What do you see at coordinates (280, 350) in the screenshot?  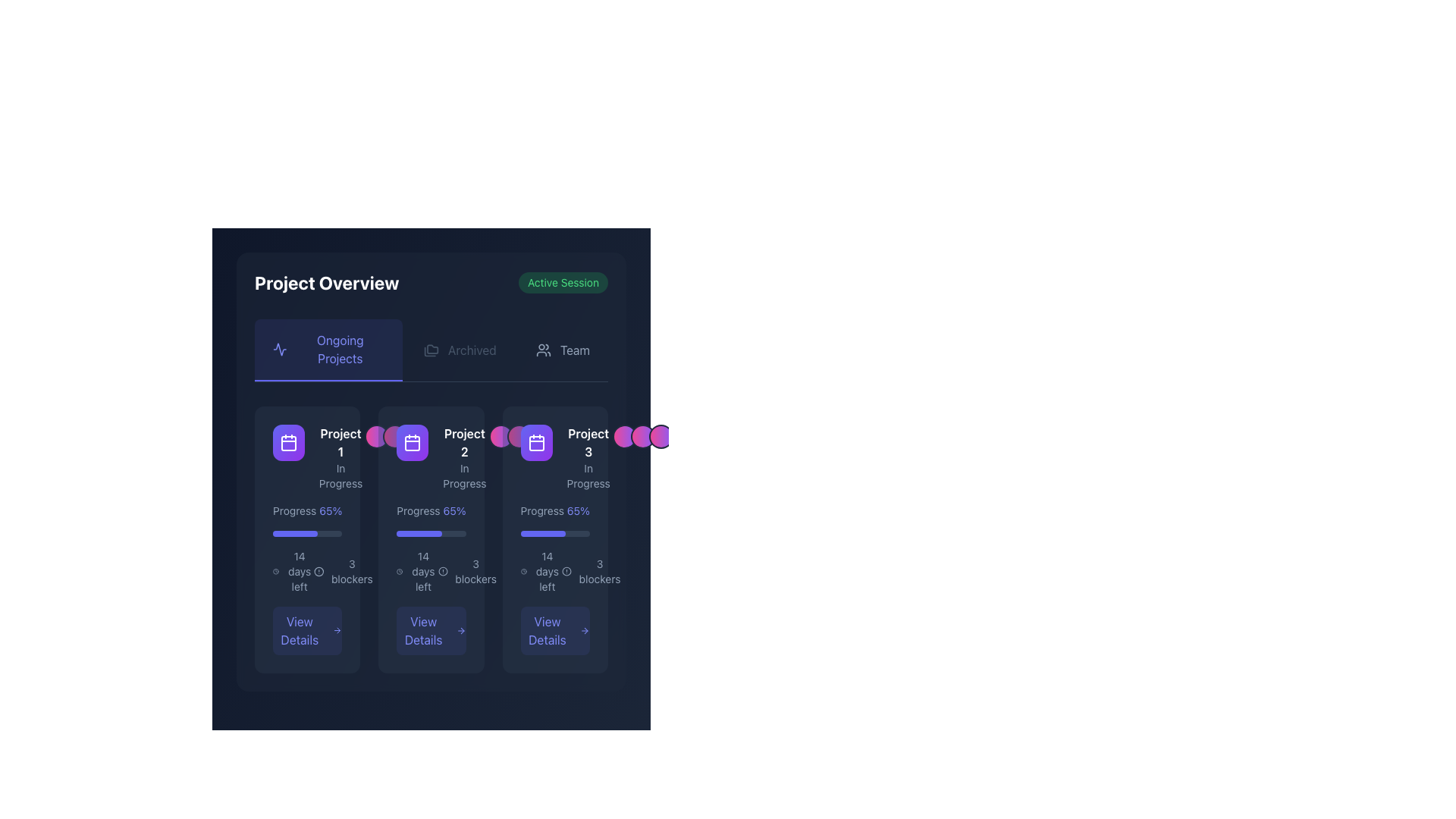 I see `the ongoing activity icon SVG graphic located next to the 'Ongoing Projects' tab label in the top-left corner of the interface` at bounding box center [280, 350].